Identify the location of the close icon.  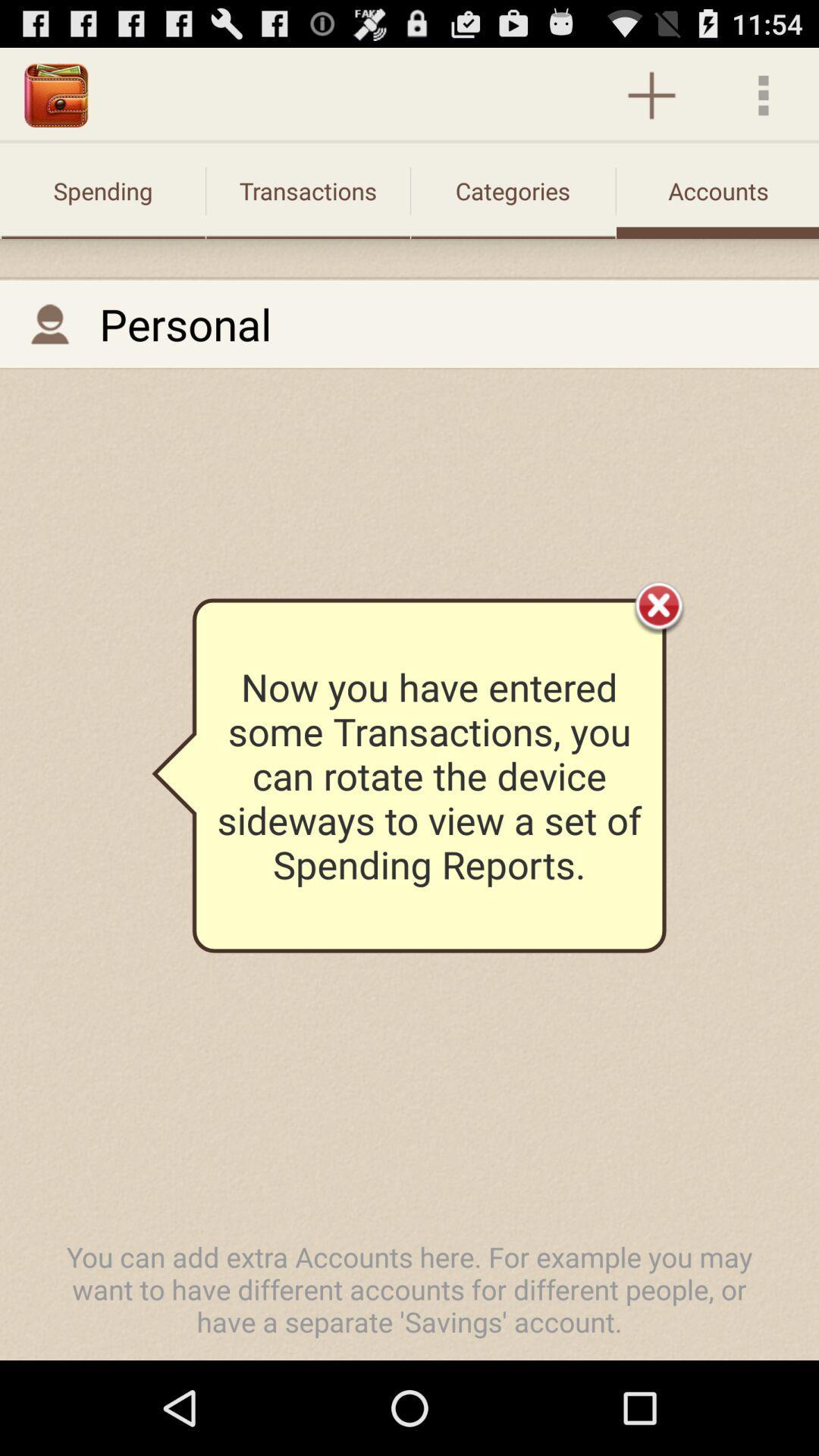
(658, 648).